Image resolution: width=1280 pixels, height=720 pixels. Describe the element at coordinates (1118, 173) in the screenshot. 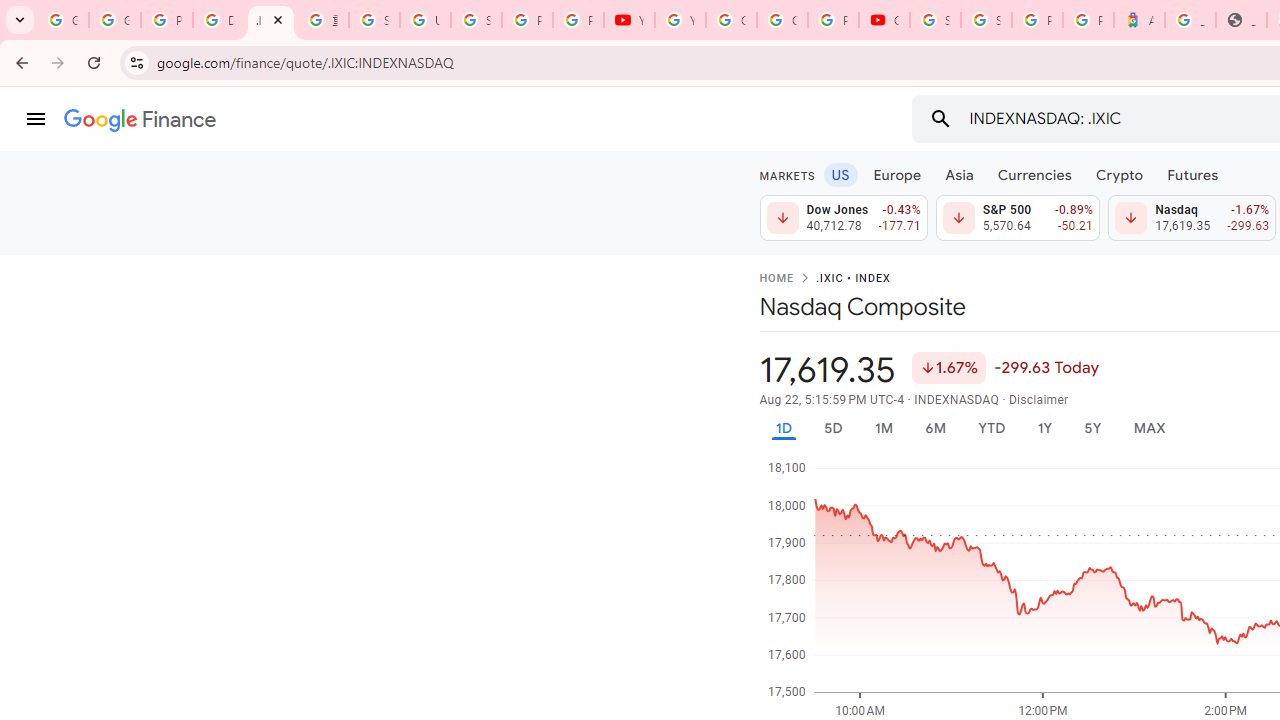

I see `'Crypto'` at that location.